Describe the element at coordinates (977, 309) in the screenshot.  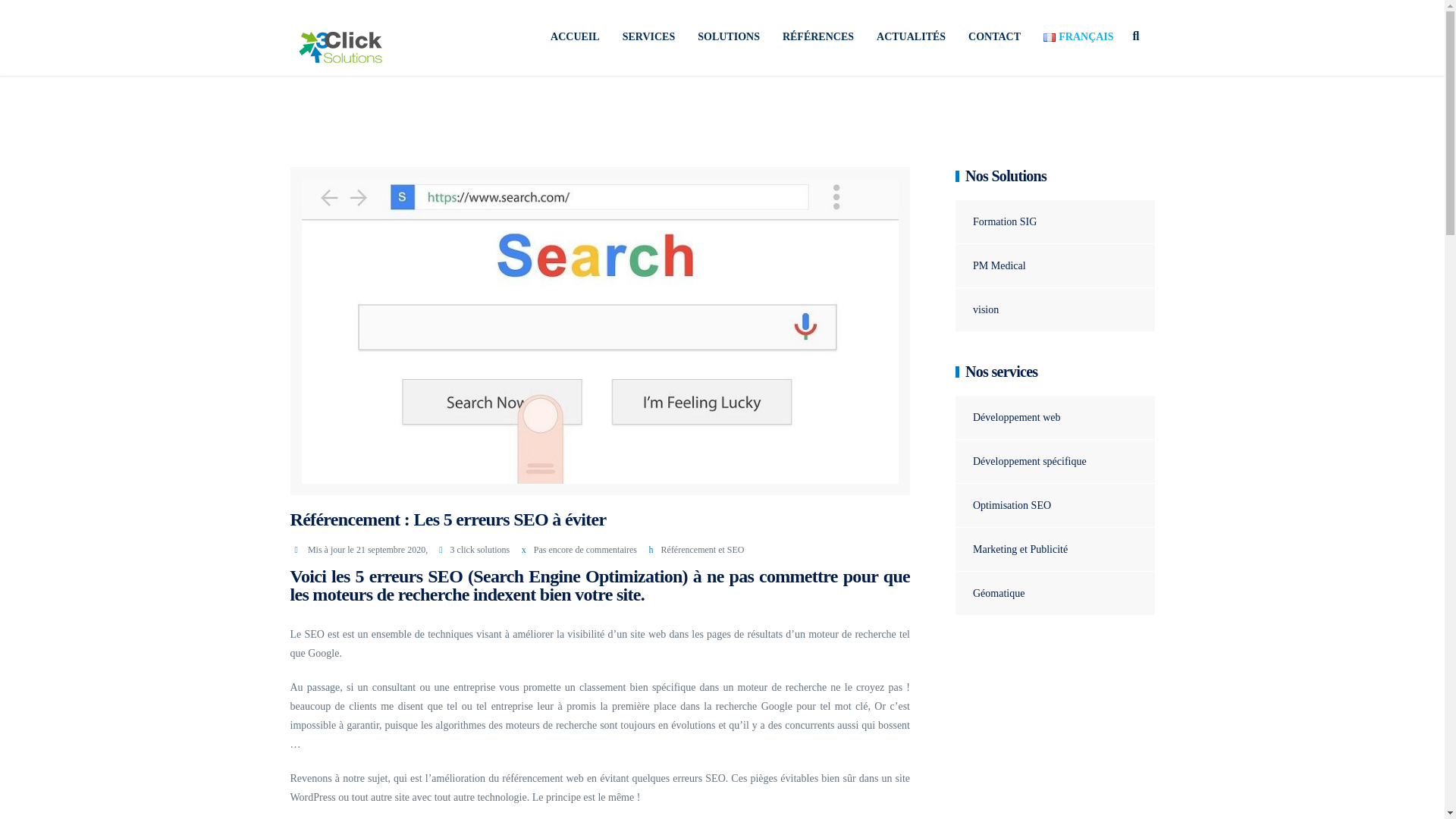
I see `'vision'` at that location.